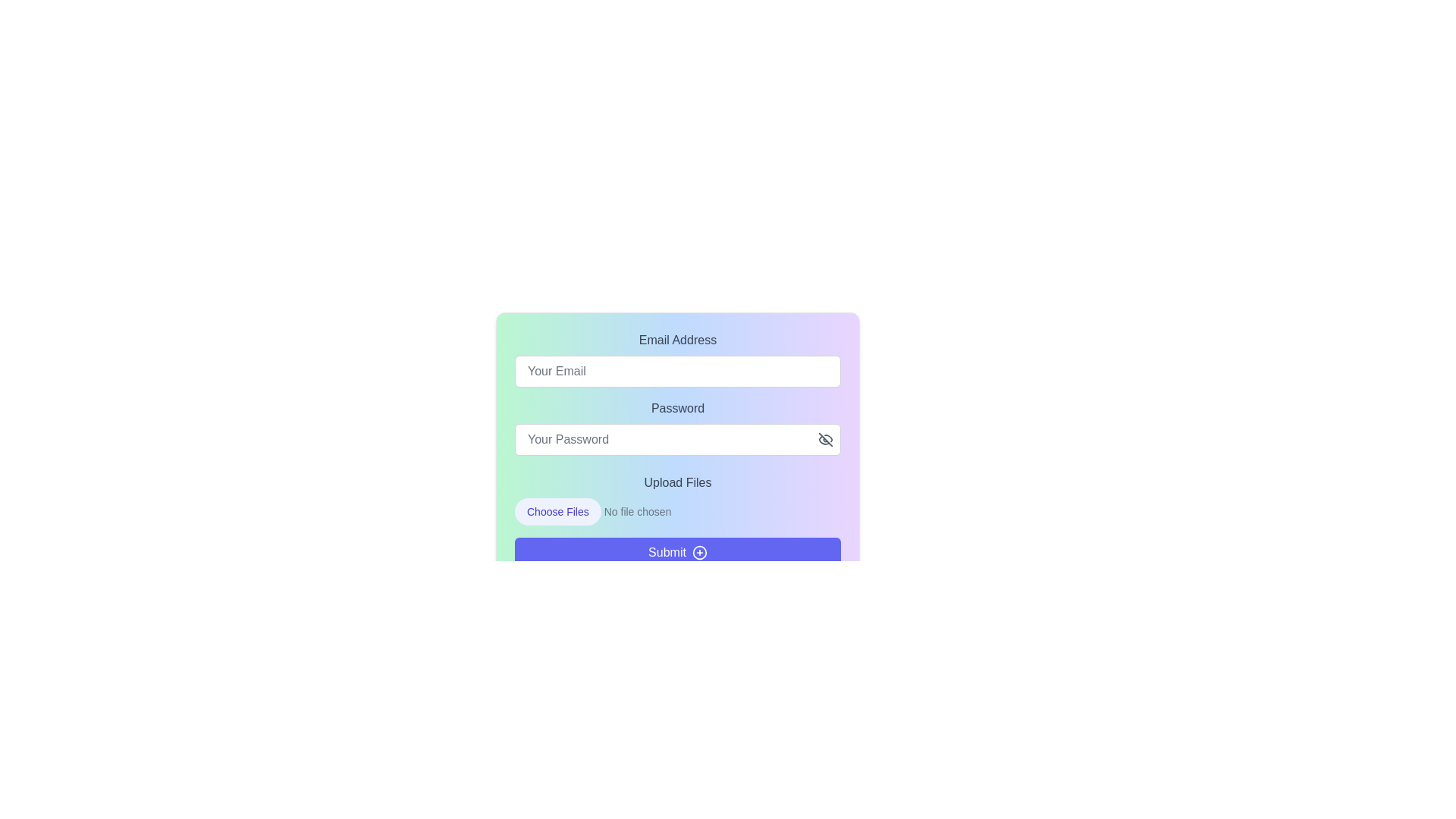 The image size is (1456, 819). Describe the element at coordinates (825, 439) in the screenshot. I see `the eye-off icon button located at the right edge of the password input field` at that location.